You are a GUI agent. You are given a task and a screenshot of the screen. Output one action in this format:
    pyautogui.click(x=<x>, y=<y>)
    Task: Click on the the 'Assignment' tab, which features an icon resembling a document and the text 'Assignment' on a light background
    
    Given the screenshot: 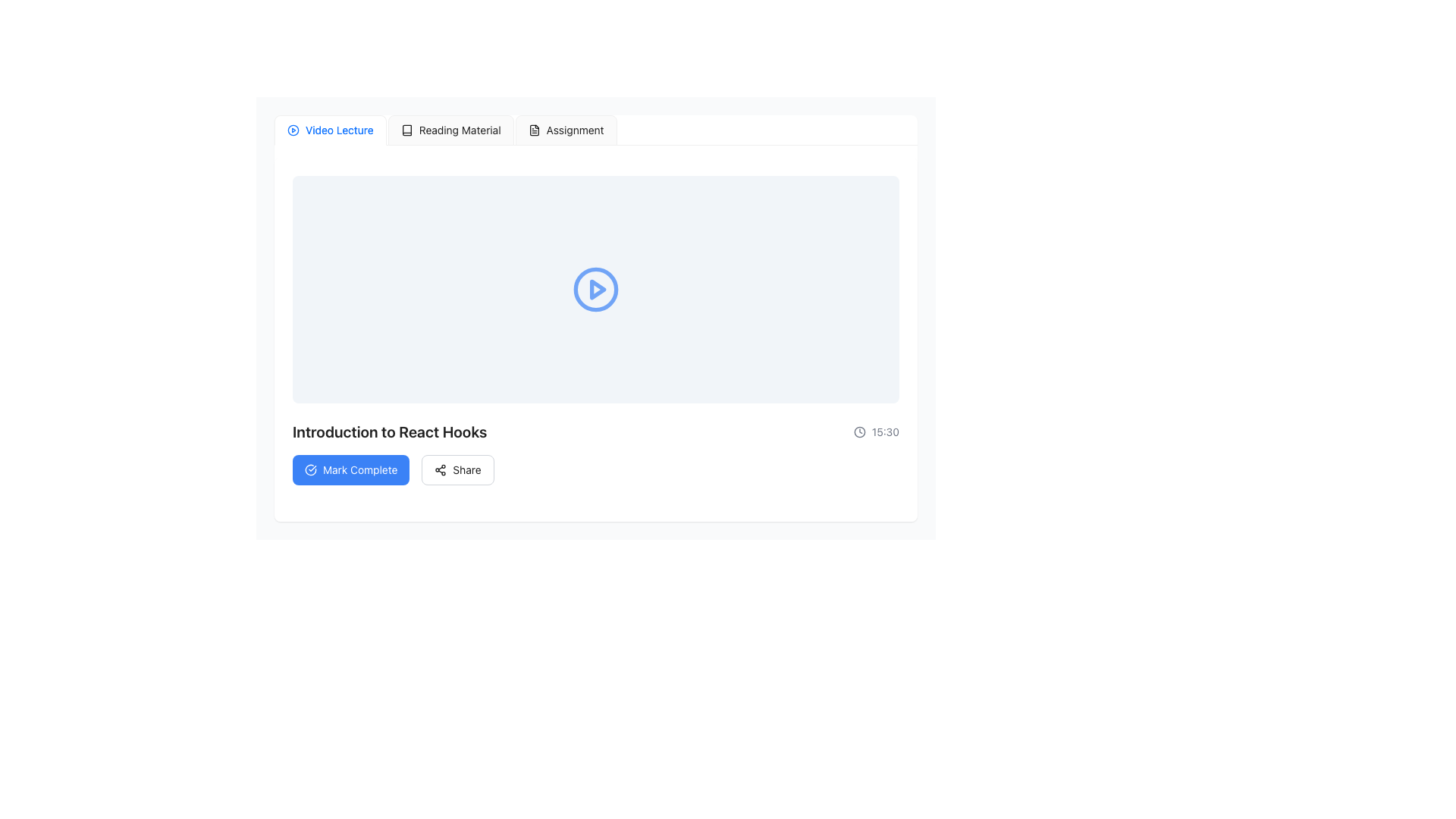 What is the action you would take?
    pyautogui.click(x=565, y=130)
    